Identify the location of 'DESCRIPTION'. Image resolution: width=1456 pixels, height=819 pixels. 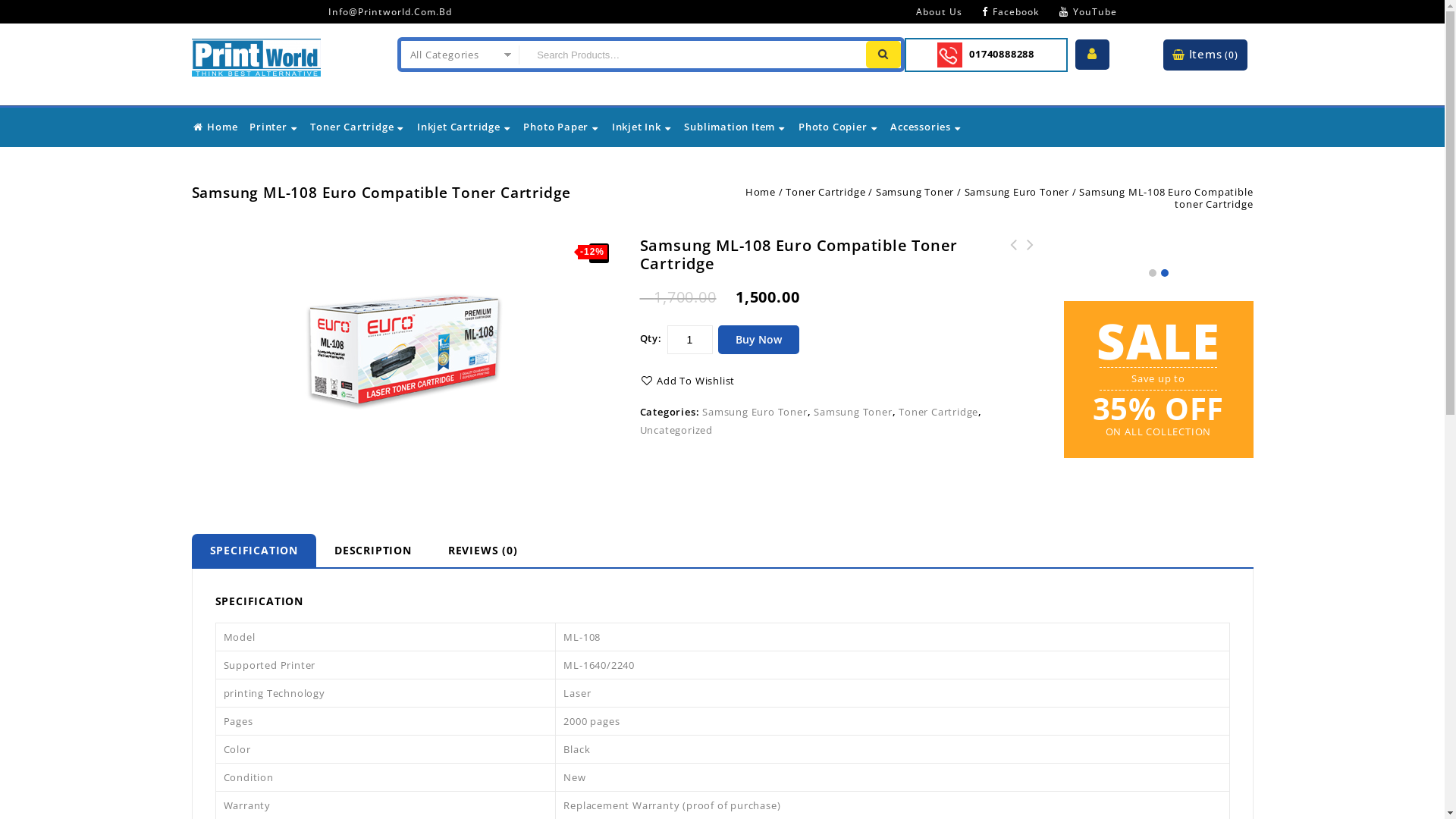
(315, 550).